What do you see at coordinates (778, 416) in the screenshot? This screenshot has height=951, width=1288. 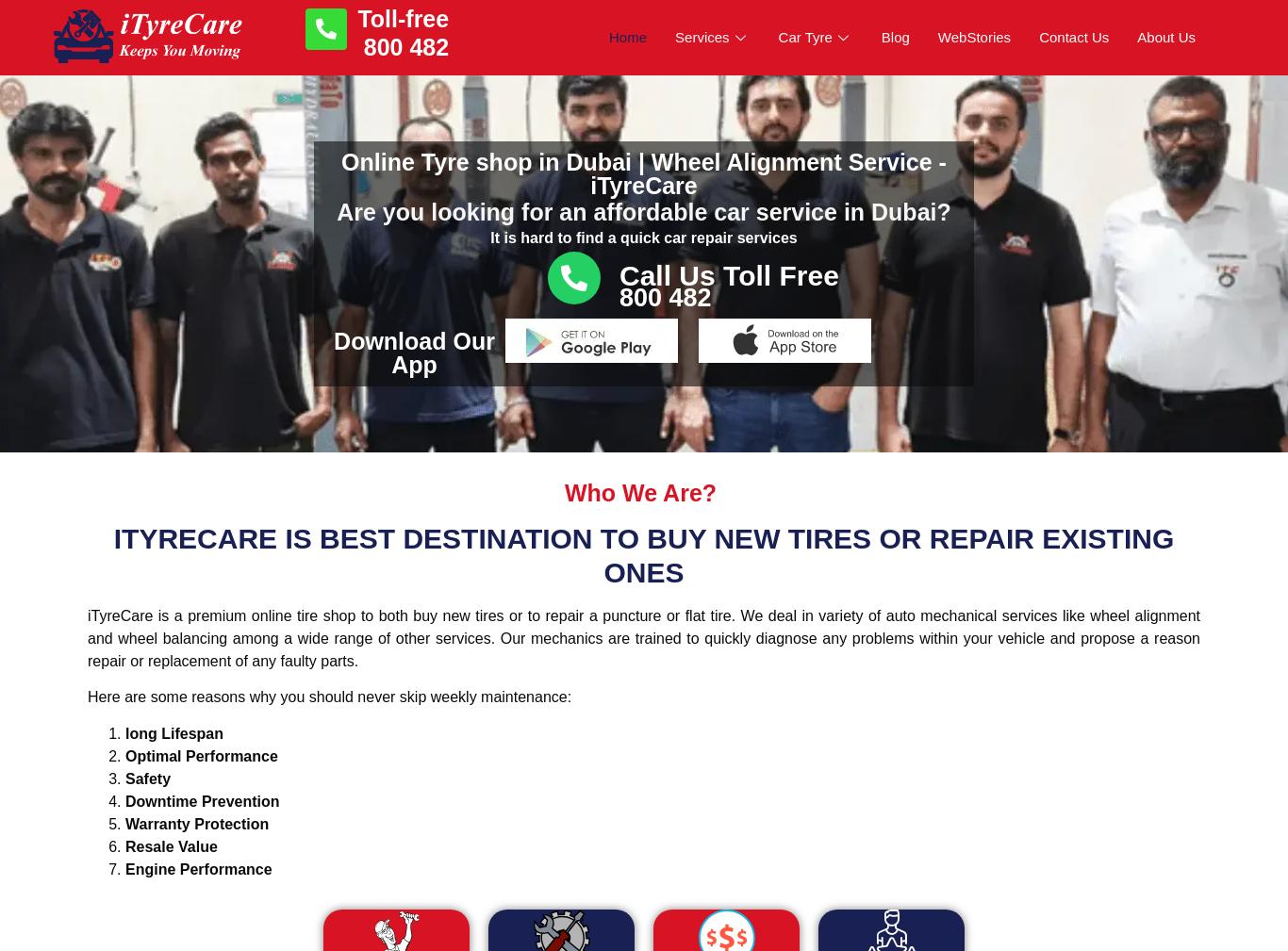 I see `'Michelin Tyres'` at bounding box center [778, 416].